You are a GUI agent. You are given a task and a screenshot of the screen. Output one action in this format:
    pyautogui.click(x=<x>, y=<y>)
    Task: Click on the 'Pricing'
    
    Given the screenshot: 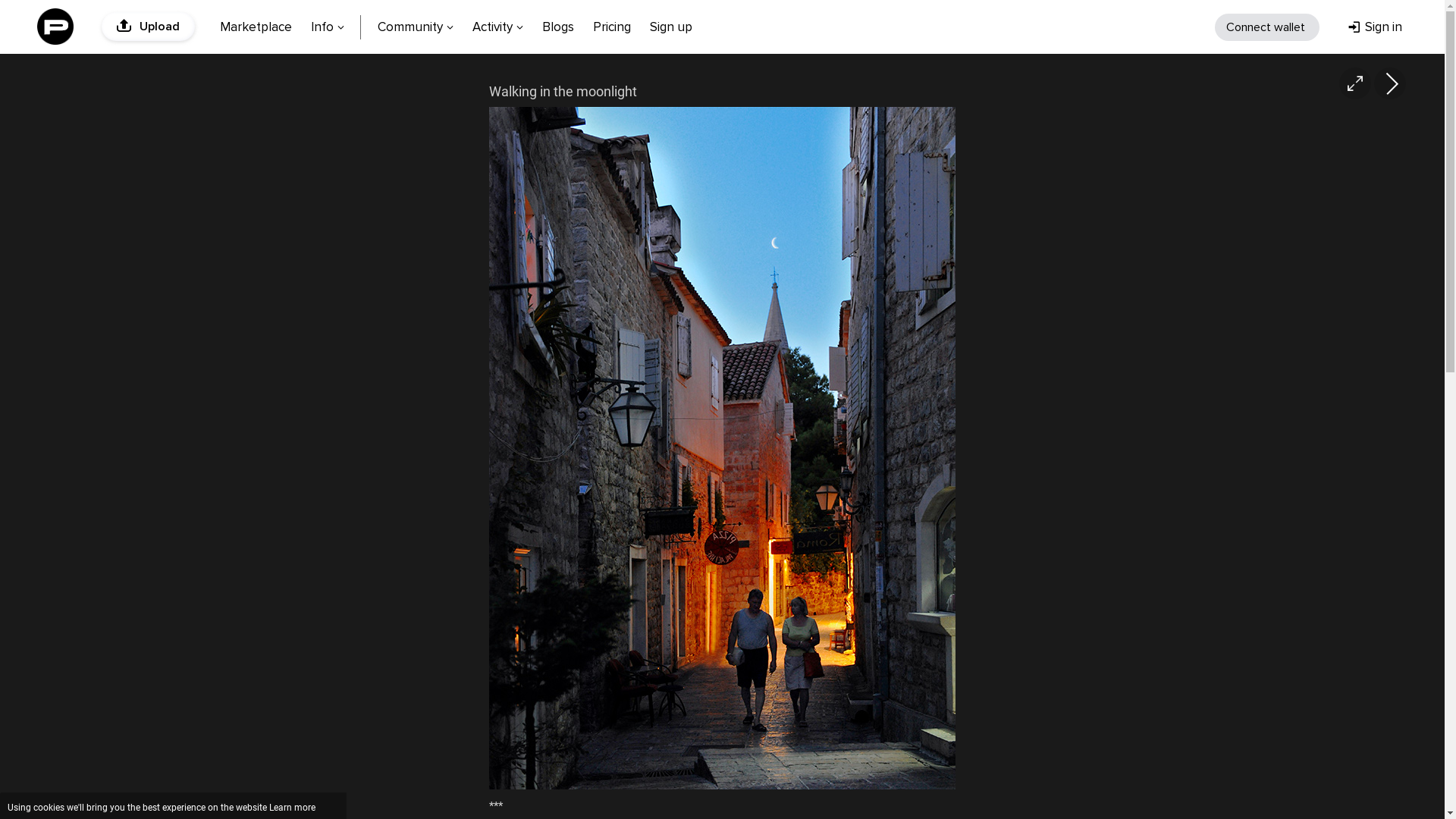 What is the action you would take?
    pyautogui.click(x=611, y=25)
    